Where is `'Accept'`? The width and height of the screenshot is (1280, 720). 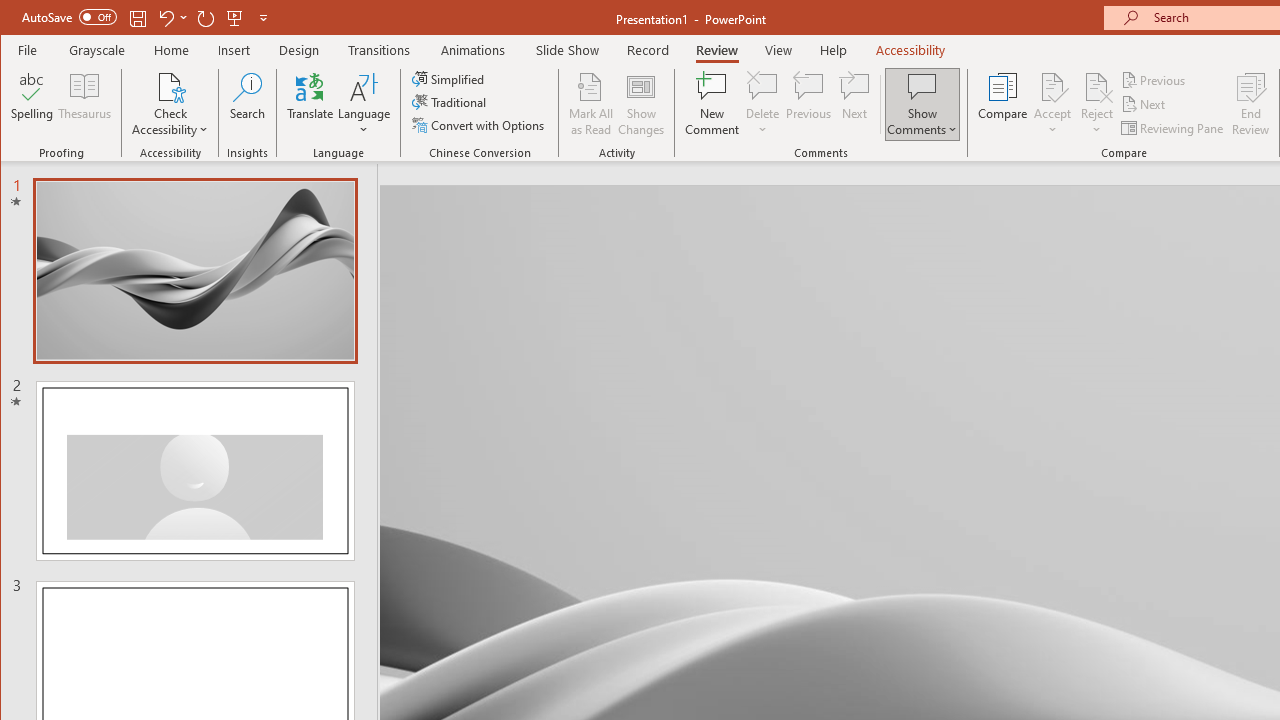 'Accept' is located at coordinates (1051, 104).